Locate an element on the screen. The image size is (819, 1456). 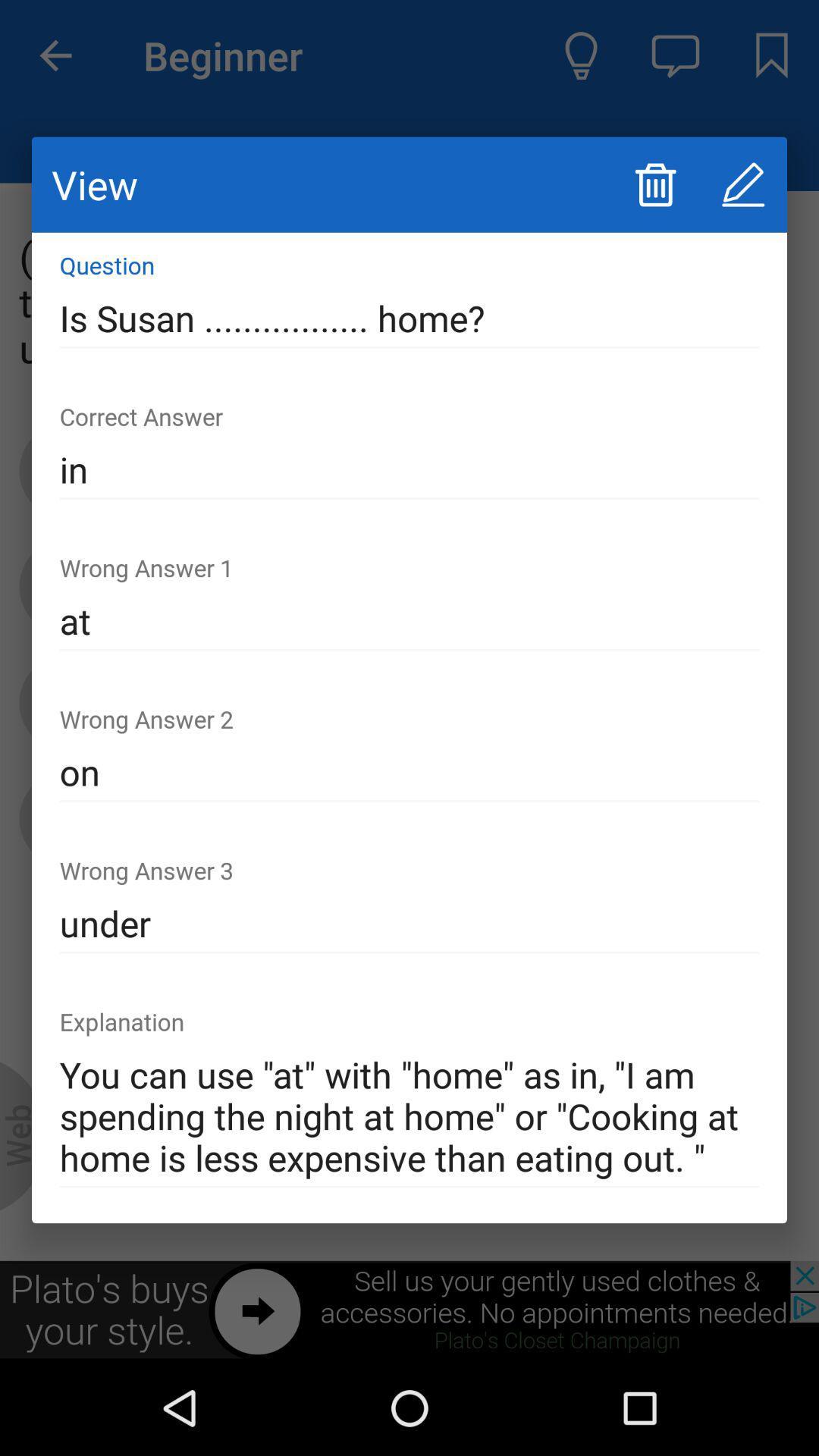
write button is located at coordinates (742, 184).